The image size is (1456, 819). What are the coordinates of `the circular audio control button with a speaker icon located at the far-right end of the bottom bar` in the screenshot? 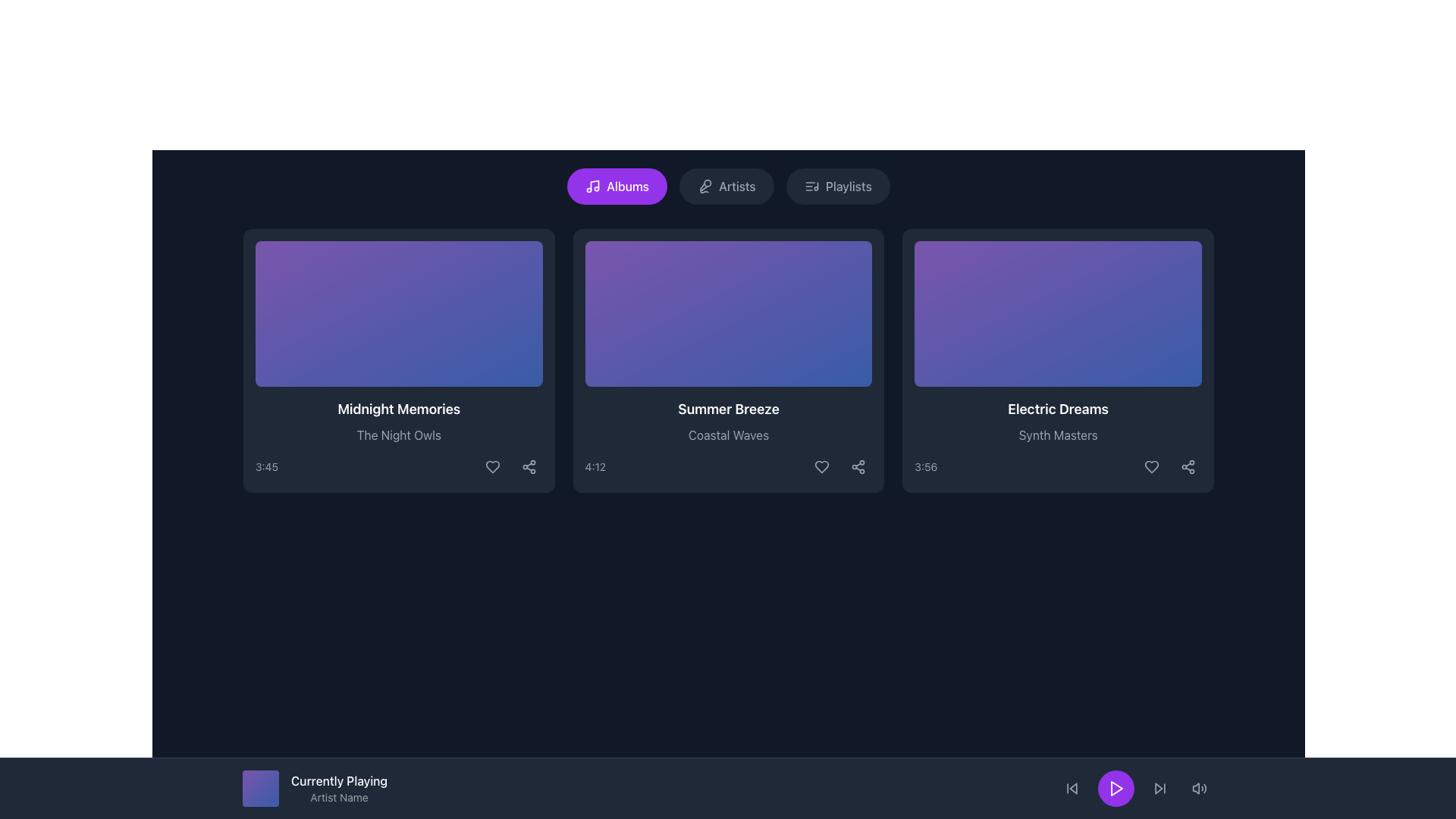 It's located at (1199, 788).